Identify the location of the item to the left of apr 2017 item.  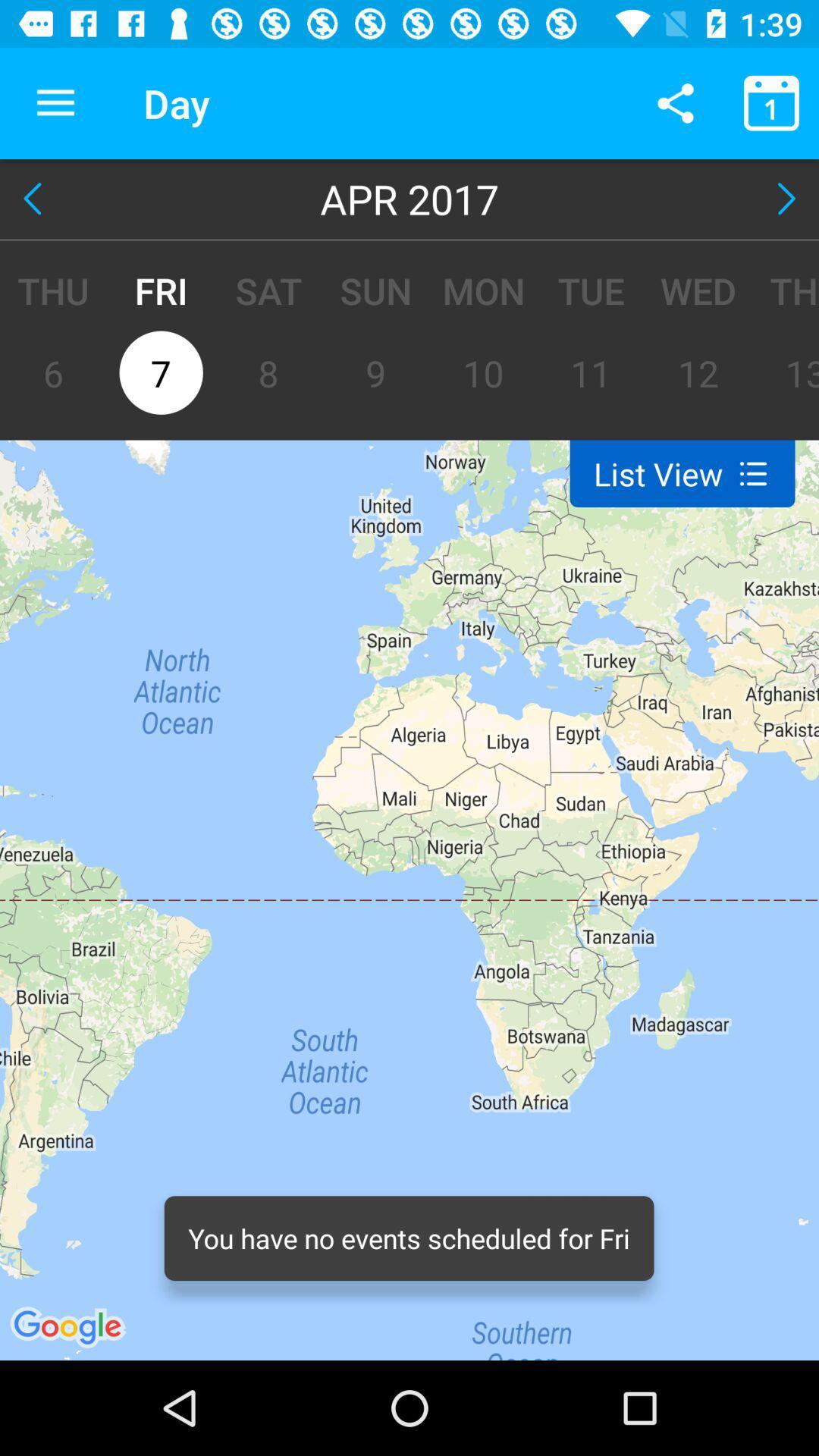
(35, 198).